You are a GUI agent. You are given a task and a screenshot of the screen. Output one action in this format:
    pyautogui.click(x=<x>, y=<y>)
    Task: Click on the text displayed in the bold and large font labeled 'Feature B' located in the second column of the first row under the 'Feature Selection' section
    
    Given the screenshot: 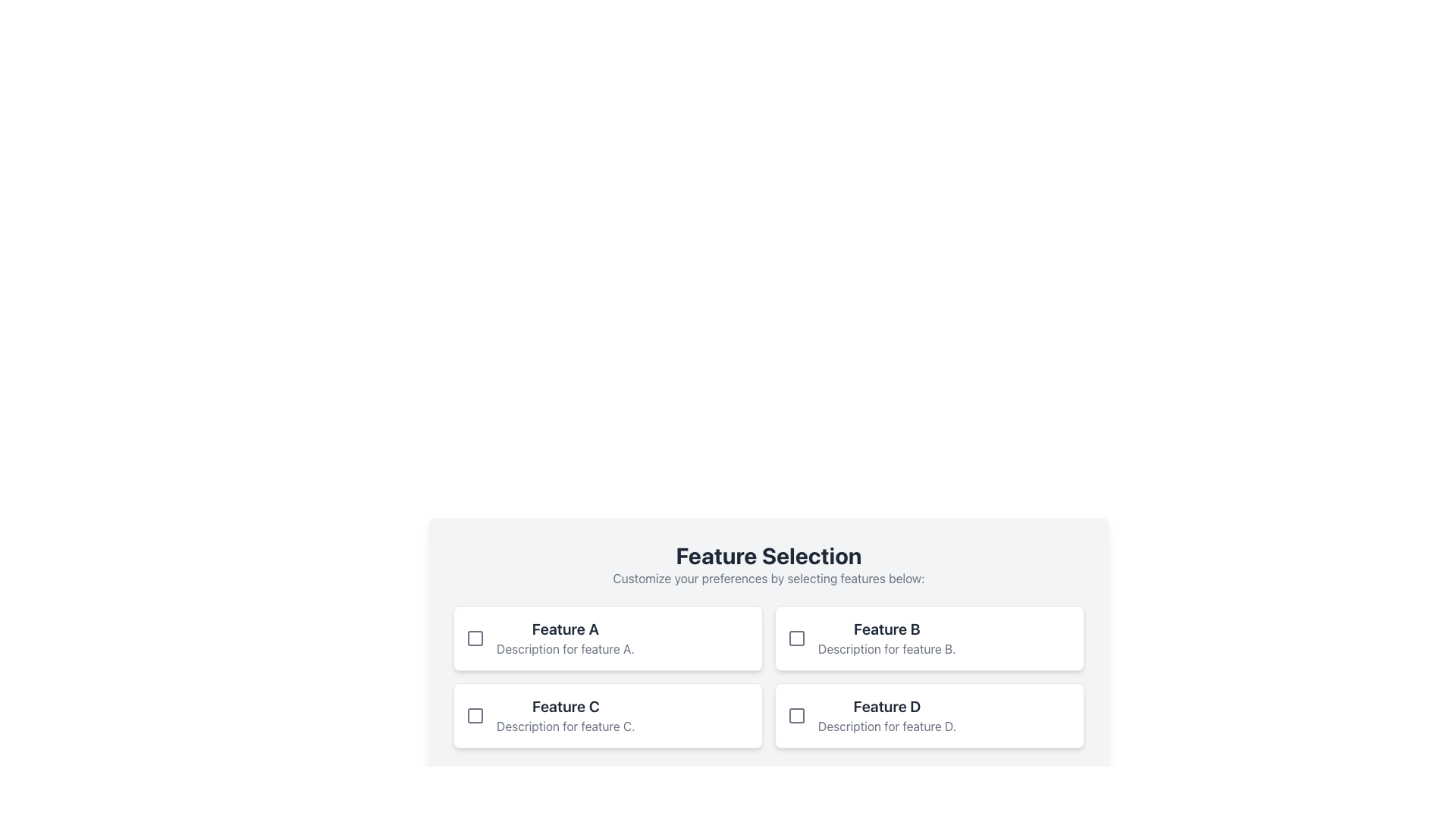 What is the action you would take?
    pyautogui.click(x=886, y=629)
    